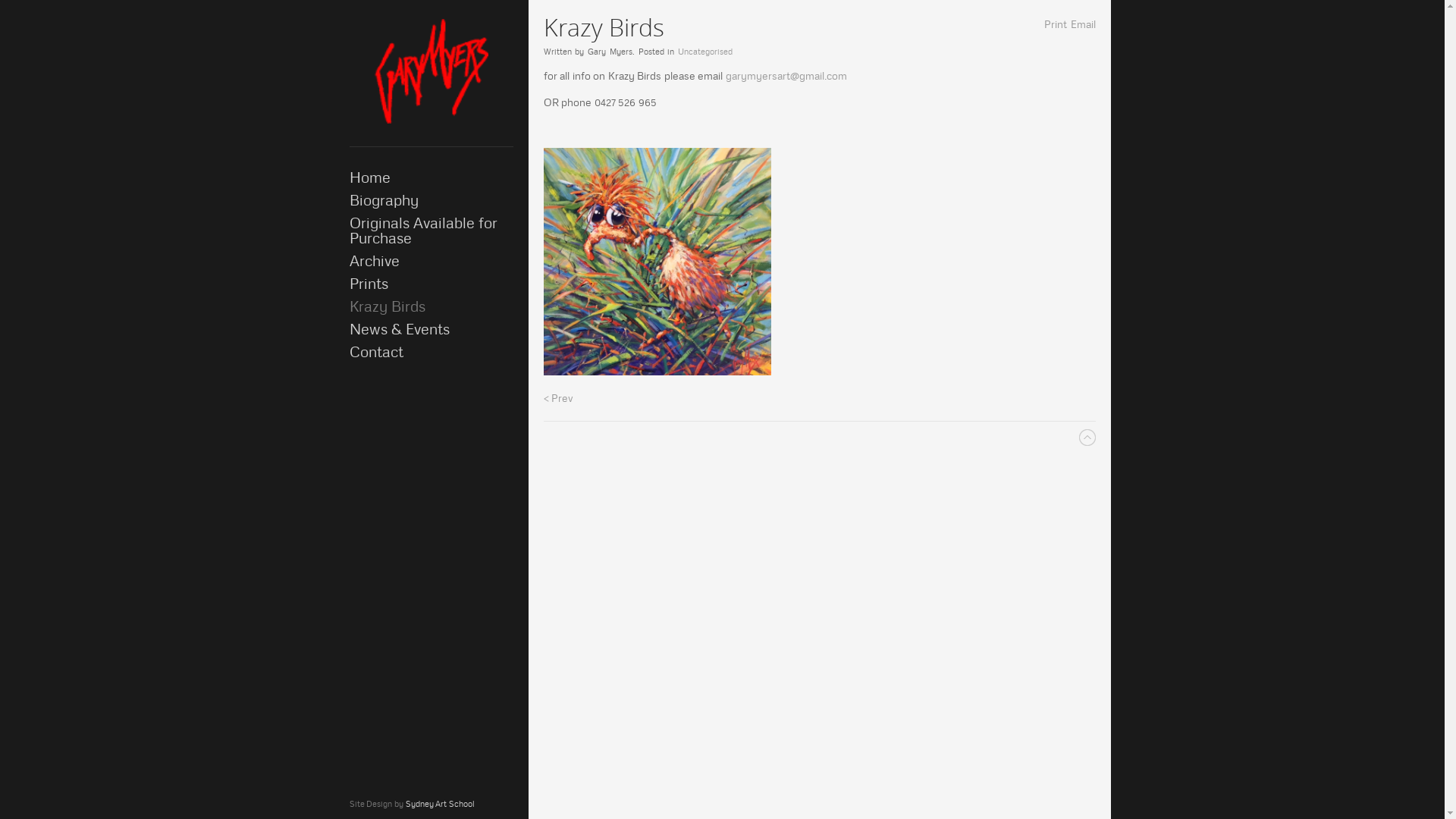  I want to click on 'Originals Available for Purchase', so click(348, 231).